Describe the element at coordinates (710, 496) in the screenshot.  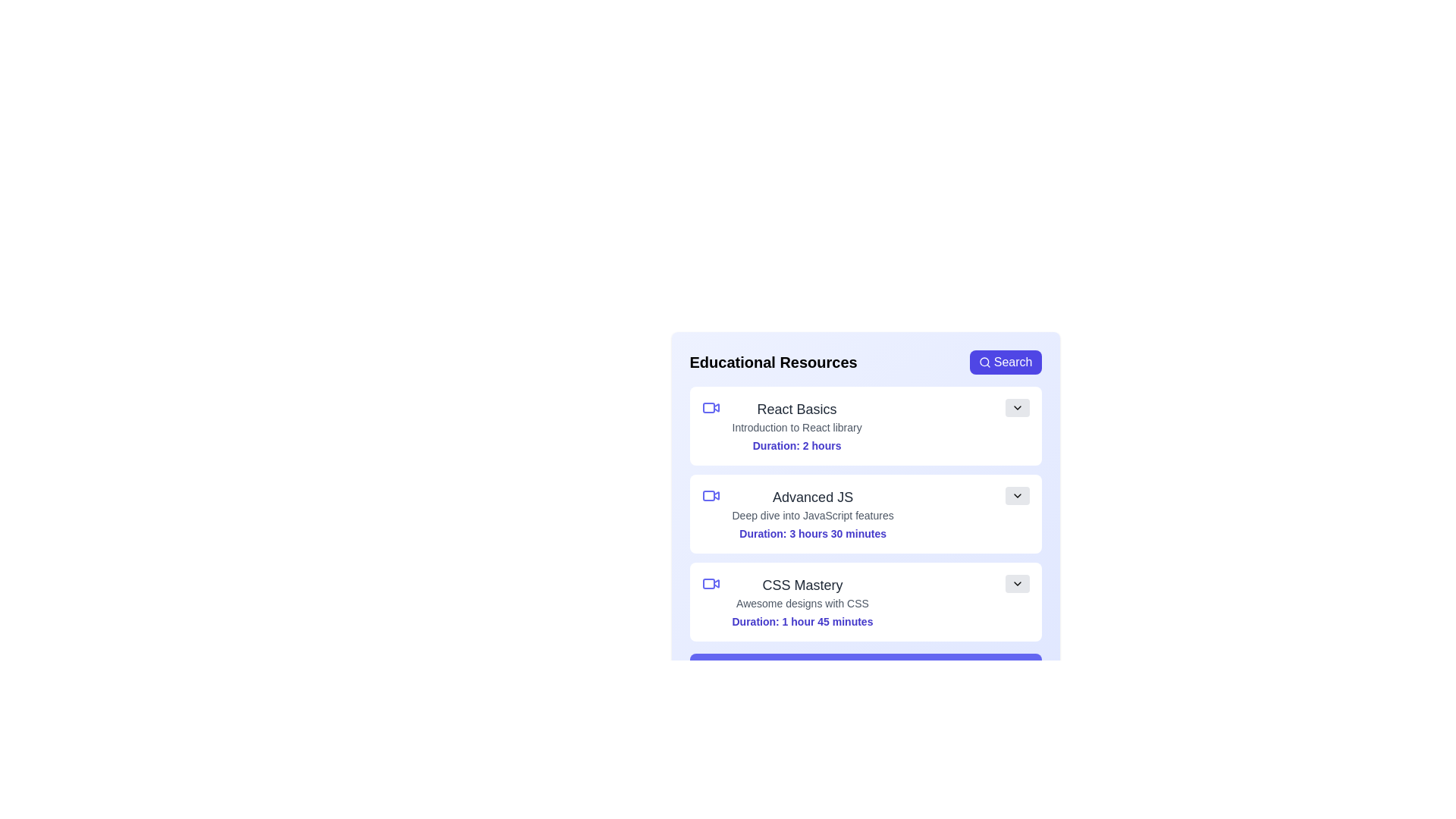
I see `the video icon of the resource titled Advanced JS` at that location.